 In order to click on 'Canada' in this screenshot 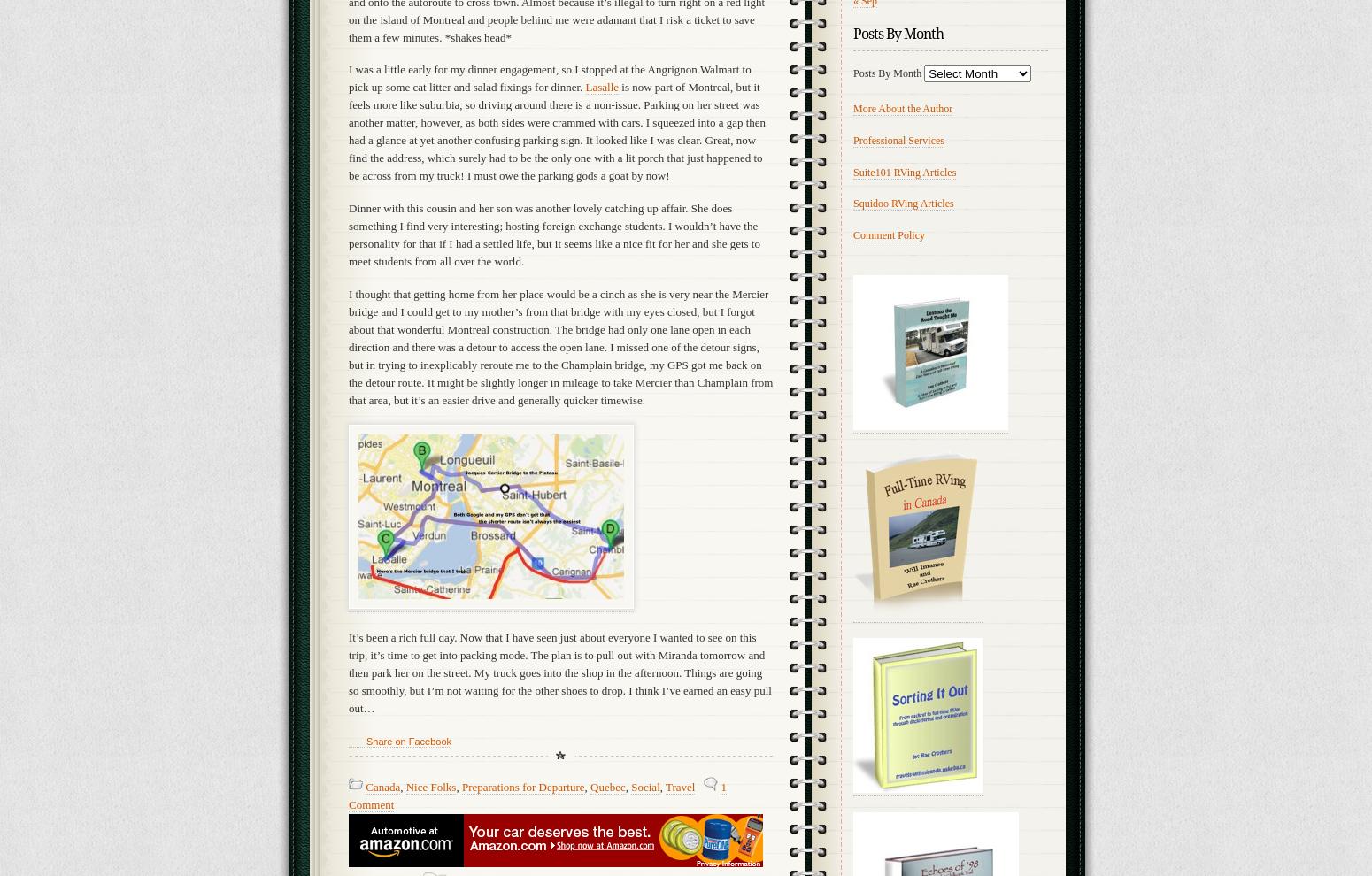, I will do `click(382, 786)`.